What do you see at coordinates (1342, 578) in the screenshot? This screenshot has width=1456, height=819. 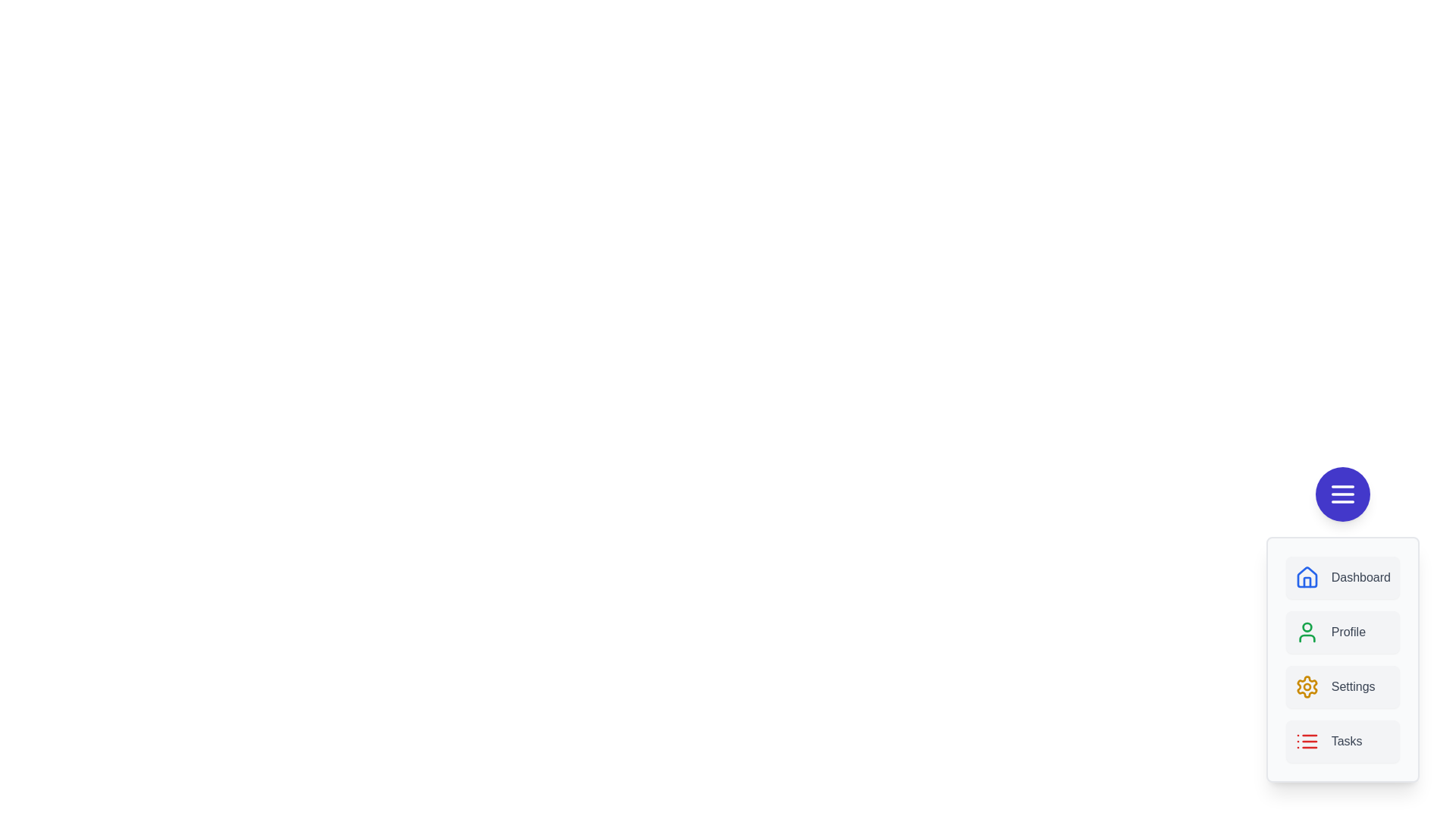 I see `the Dashboard option from the menu` at bounding box center [1342, 578].